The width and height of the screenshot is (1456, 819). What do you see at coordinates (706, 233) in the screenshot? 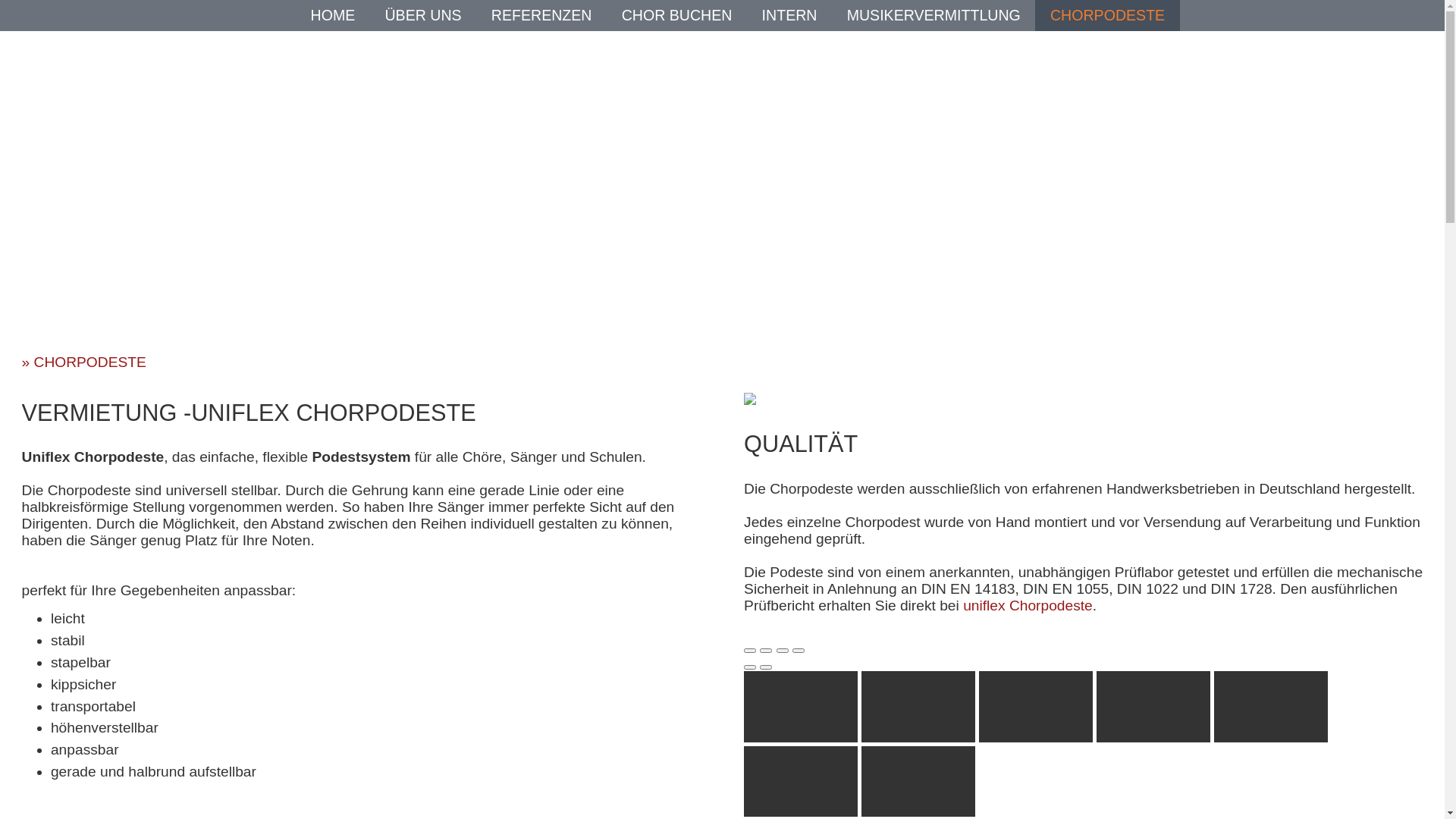
I see `'Anmelden'` at bounding box center [706, 233].